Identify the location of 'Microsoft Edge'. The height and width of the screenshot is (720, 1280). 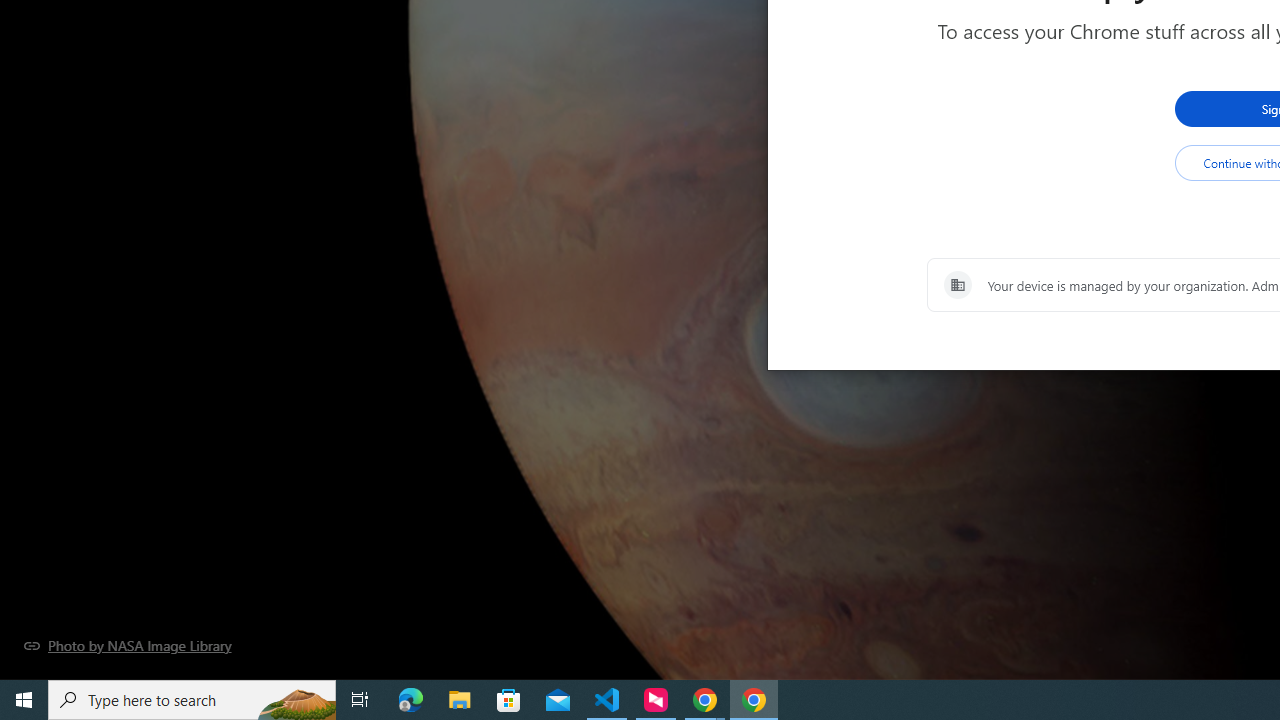
(410, 698).